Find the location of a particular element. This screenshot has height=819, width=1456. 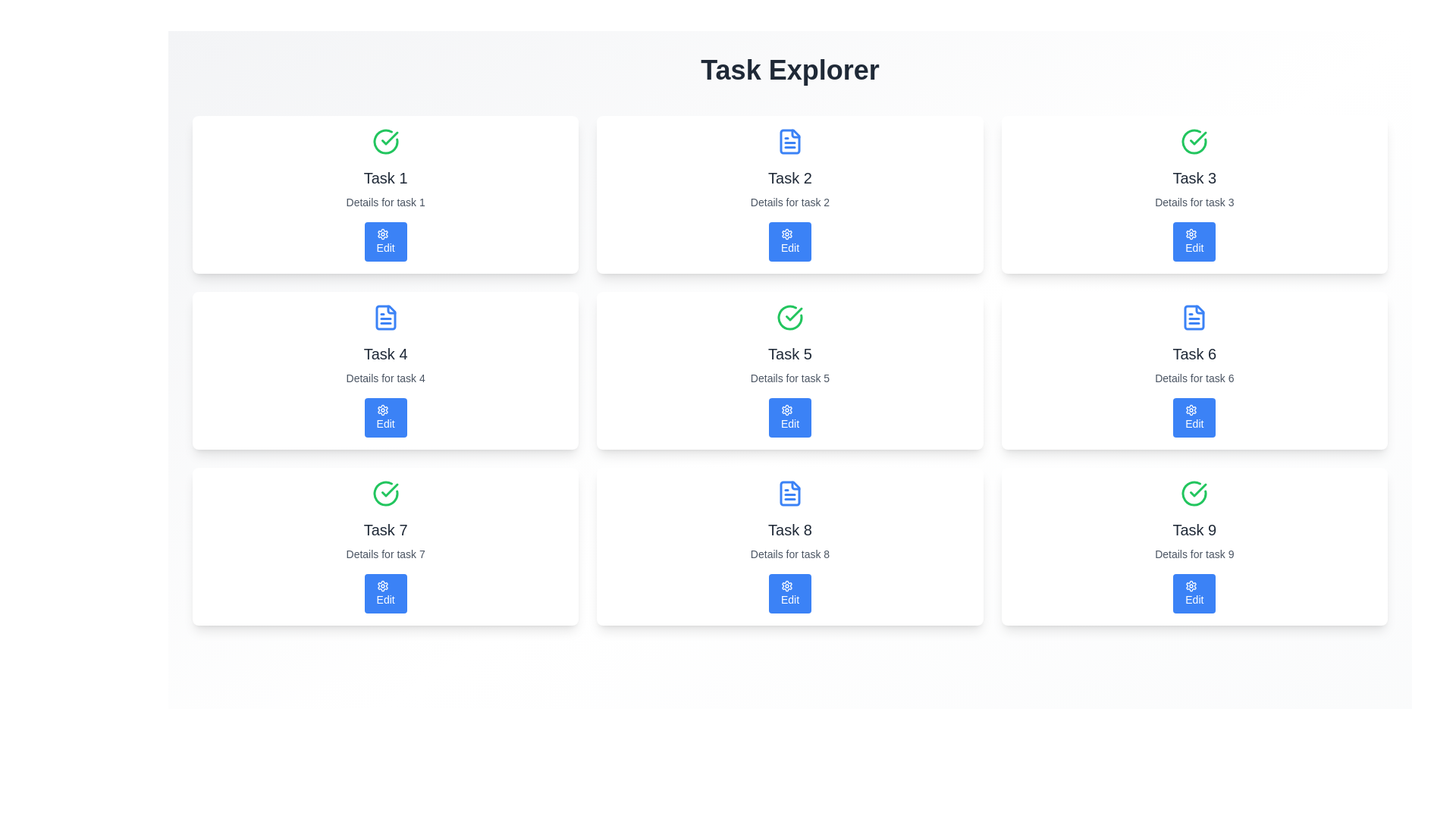

the 'Edit' button with a blue background and gear icon located at the center-bottom of the 'Task 4' card to initiate editing is located at coordinates (385, 418).